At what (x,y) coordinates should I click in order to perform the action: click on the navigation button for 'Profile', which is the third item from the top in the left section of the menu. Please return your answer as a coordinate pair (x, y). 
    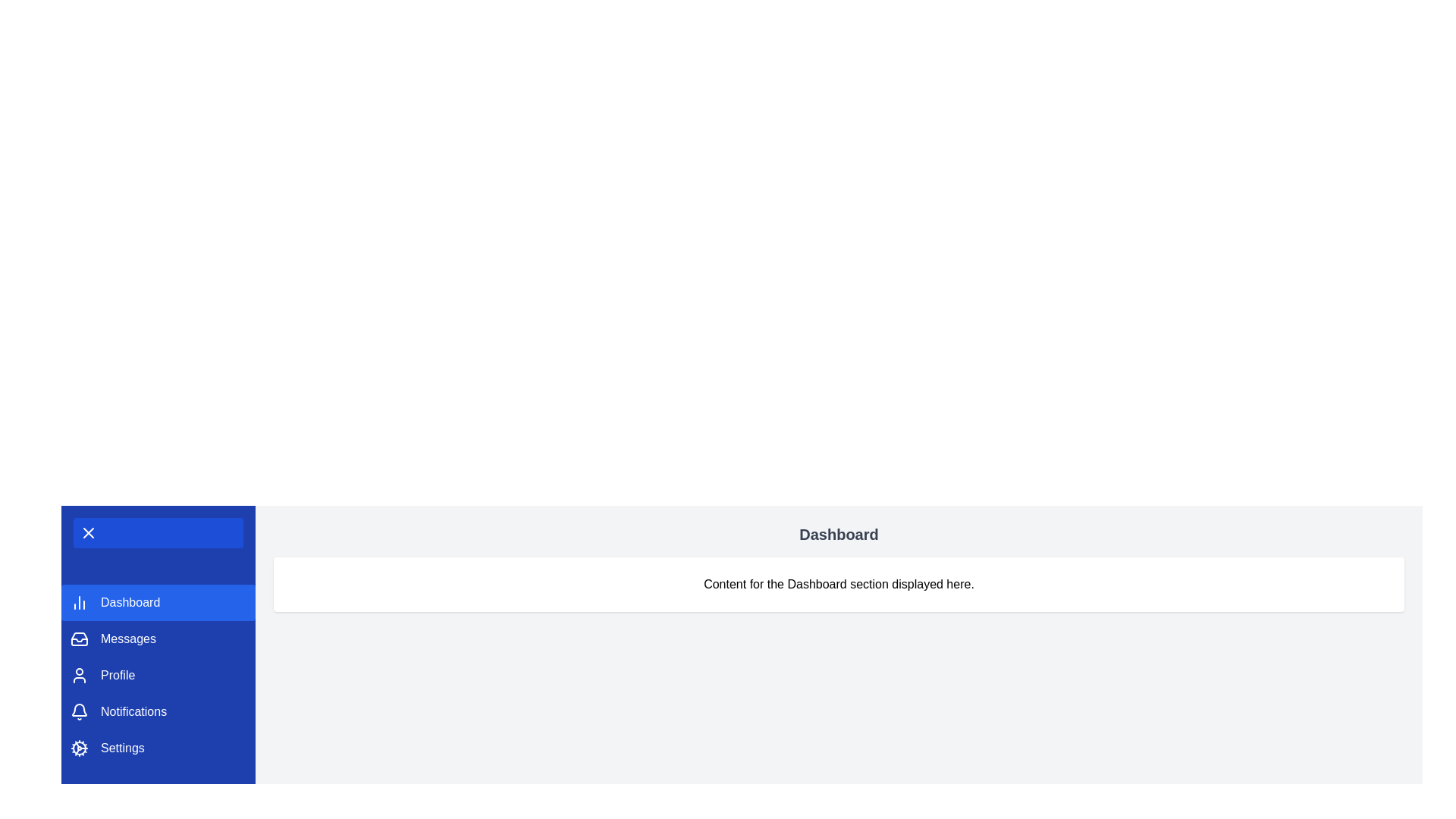
    Looking at the image, I should click on (158, 675).